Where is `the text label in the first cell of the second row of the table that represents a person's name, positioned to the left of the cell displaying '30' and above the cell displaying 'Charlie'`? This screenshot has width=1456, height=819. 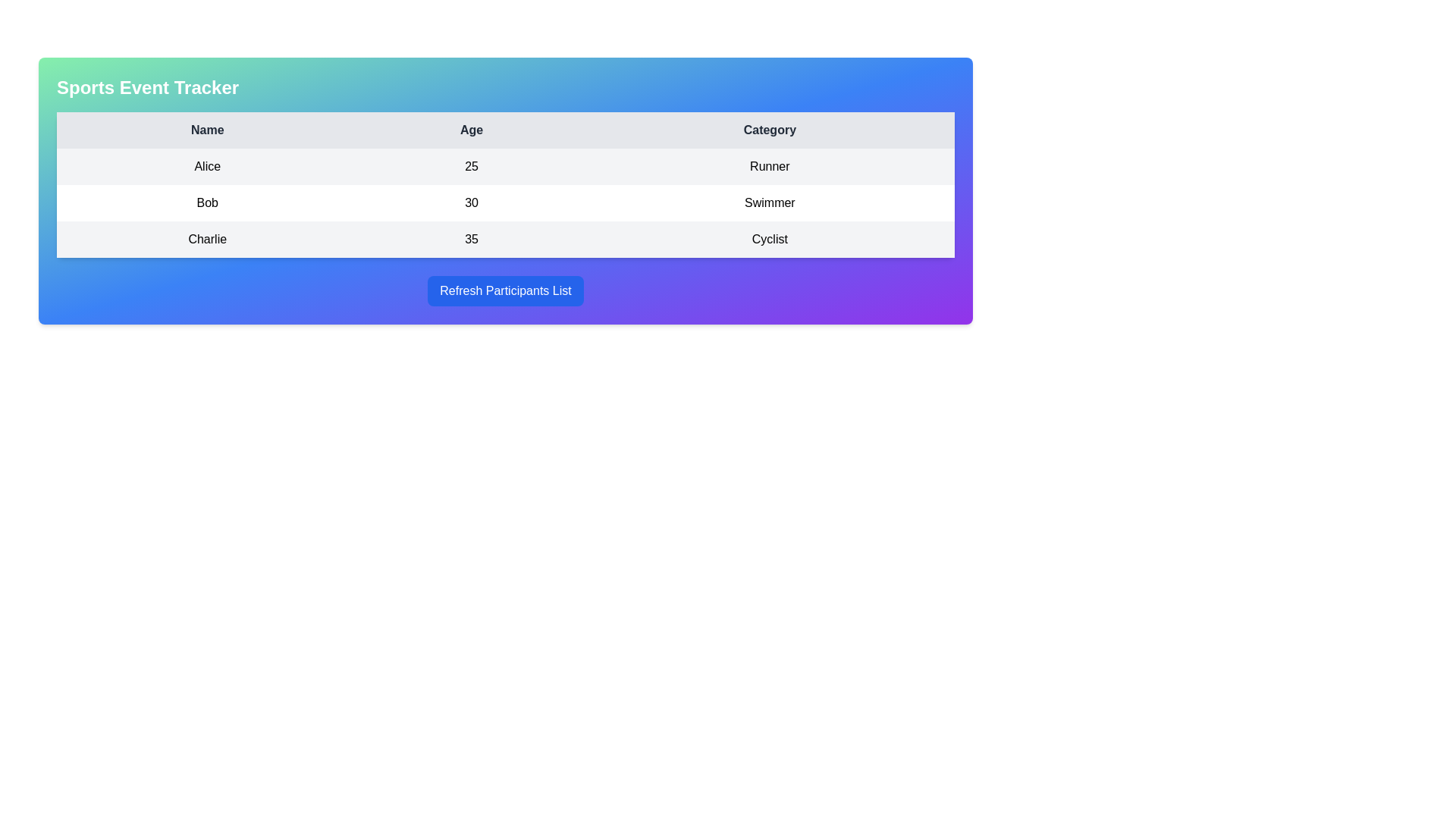 the text label in the first cell of the second row of the table that represents a person's name, positioned to the left of the cell displaying '30' and above the cell displaying 'Charlie' is located at coordinates (206, 202).